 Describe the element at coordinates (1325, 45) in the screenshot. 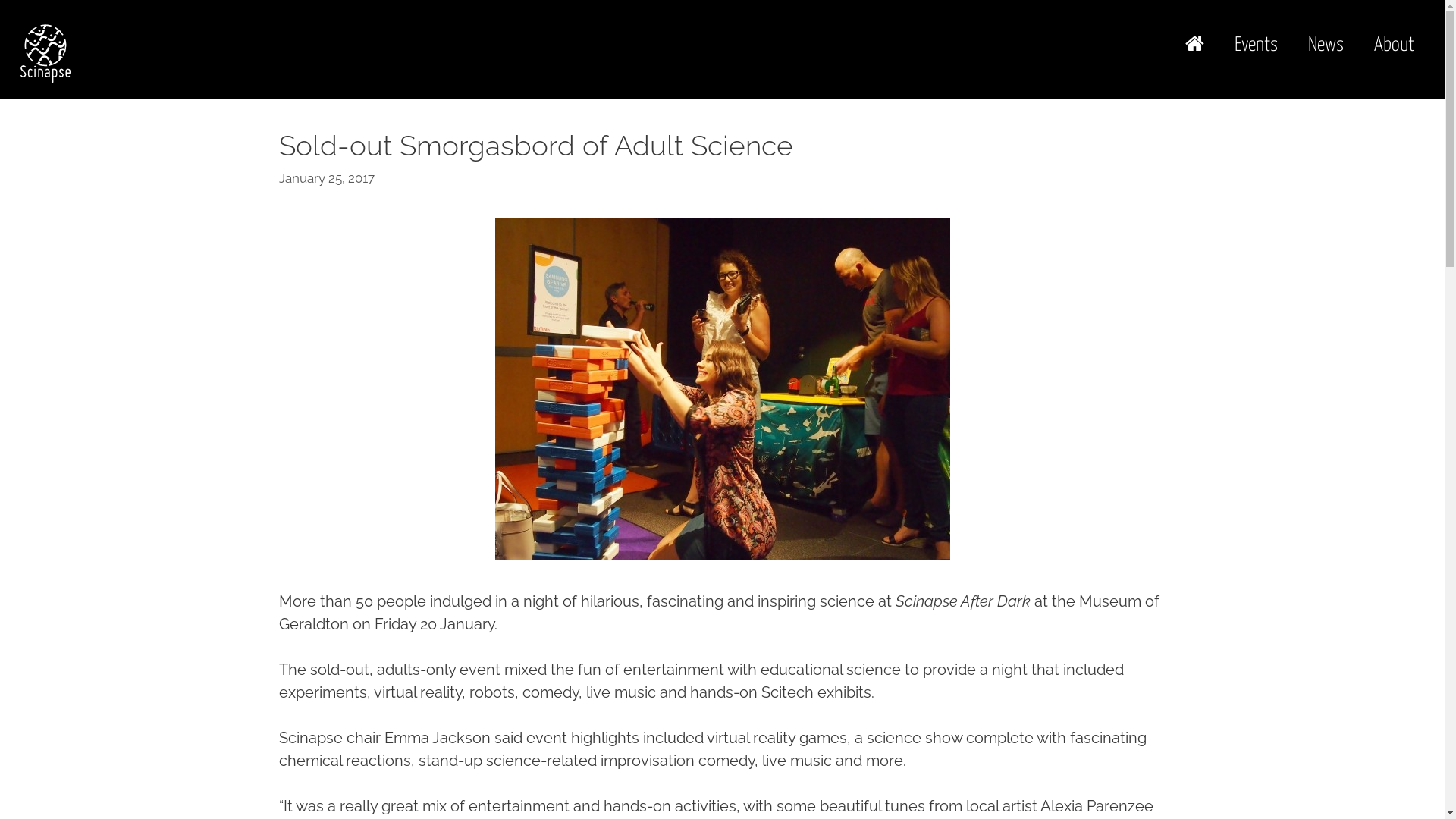

I see `'News'` at that location.